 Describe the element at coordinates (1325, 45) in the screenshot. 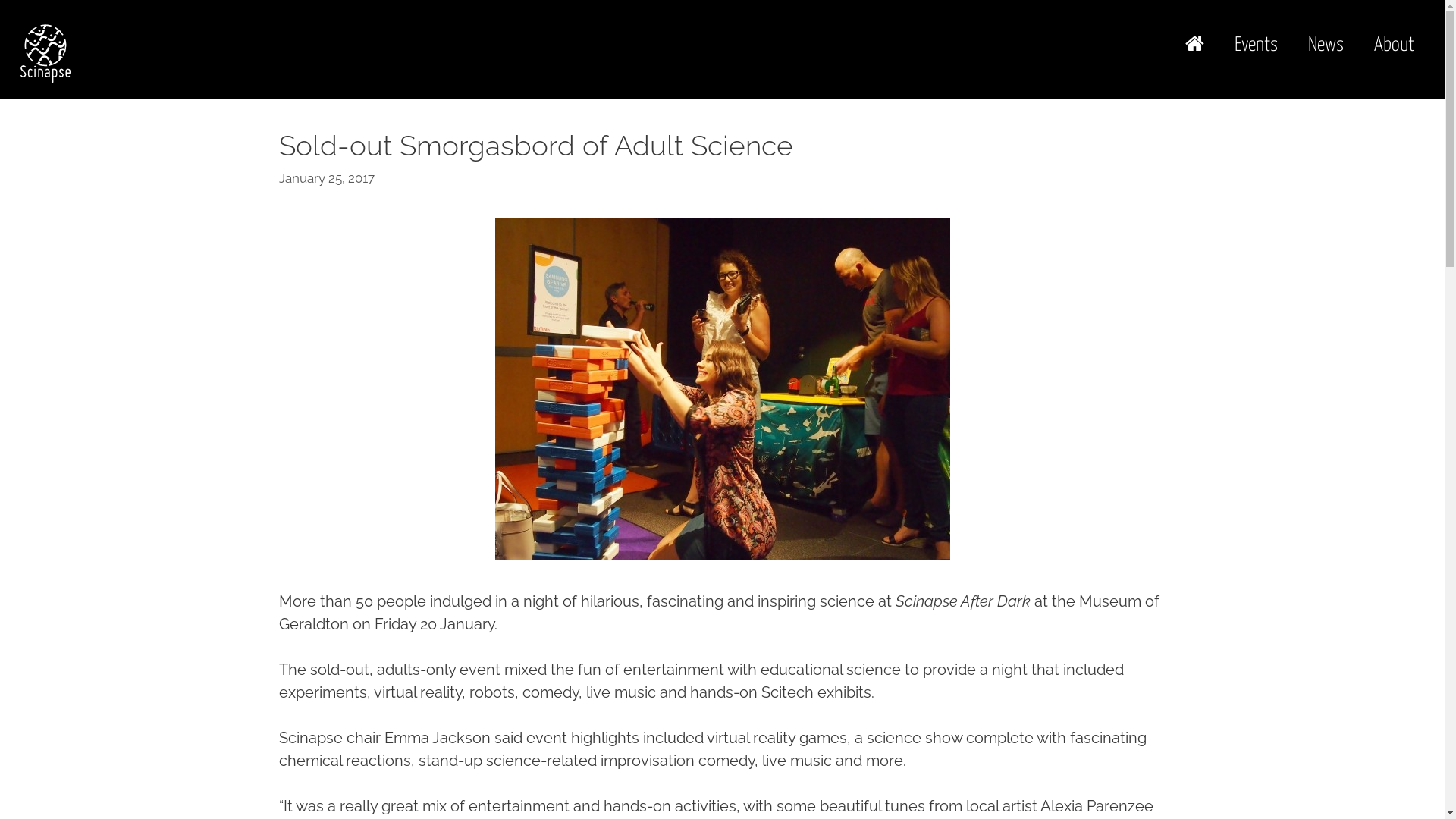

I see `'News'` at that location.